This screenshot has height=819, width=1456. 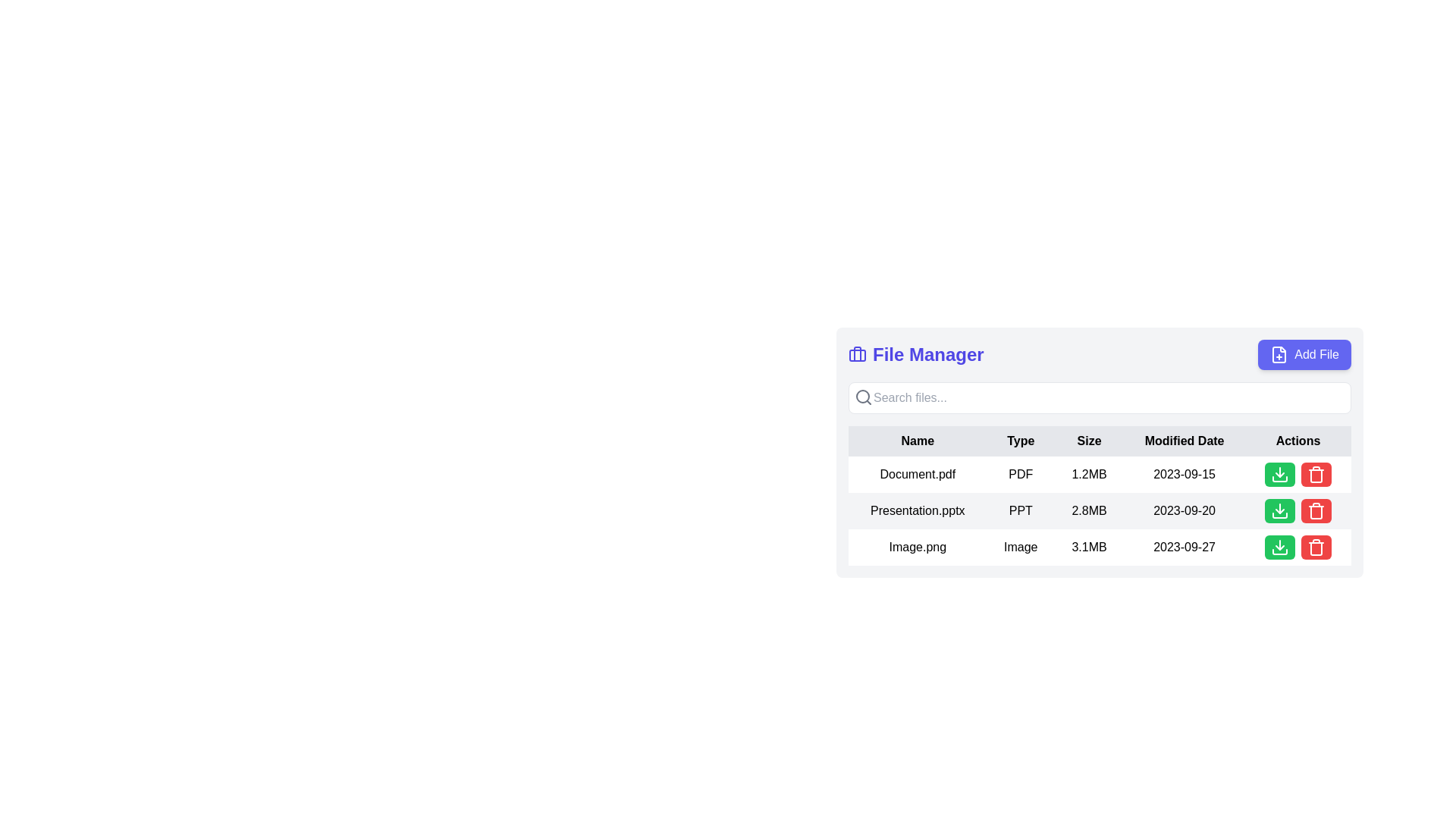 I want to click on the green download button located in the 'Actions' column of the second row, adjacent to the file named 'Presentation.pptx', to initiate the download action, so click(x=1279, y=511).